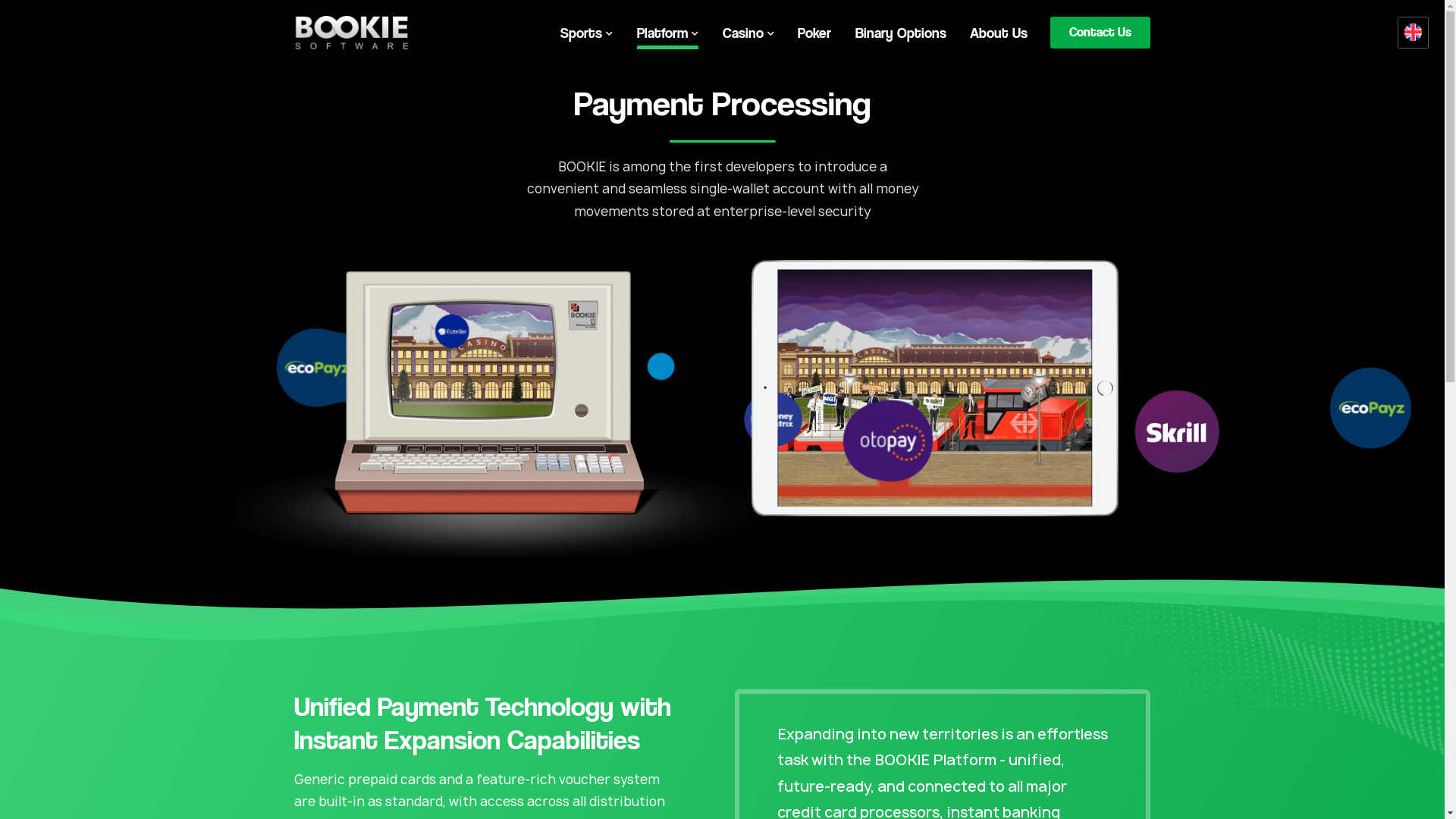  Describe the element at coordinates (607, 29) in the screenshot. I see `'Platform'` at that location.